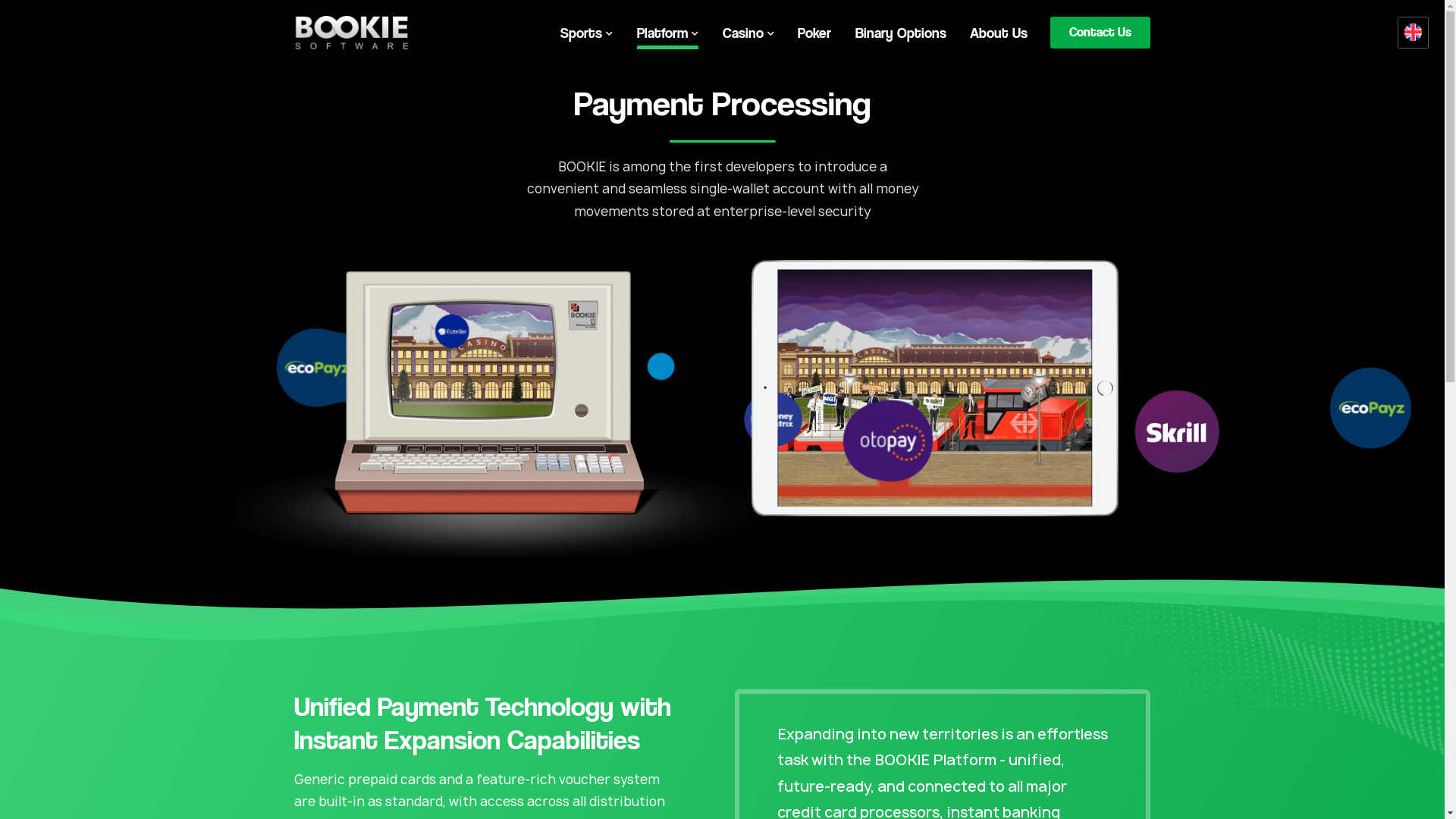  Describe the element at coordinates (607, 29) in the screenshot. I see `'Platform'` at that location.